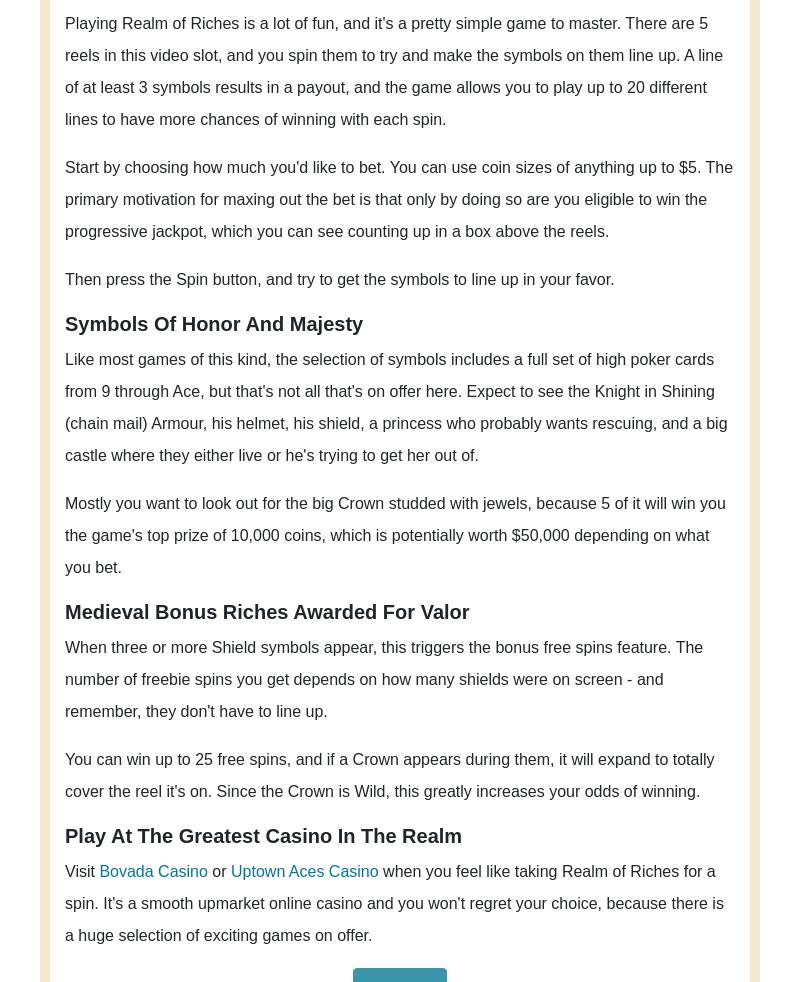  Describe the element at coordinates (574, 807) in the screenshot. I see `'PlayCroco Bonuses'` at that location.